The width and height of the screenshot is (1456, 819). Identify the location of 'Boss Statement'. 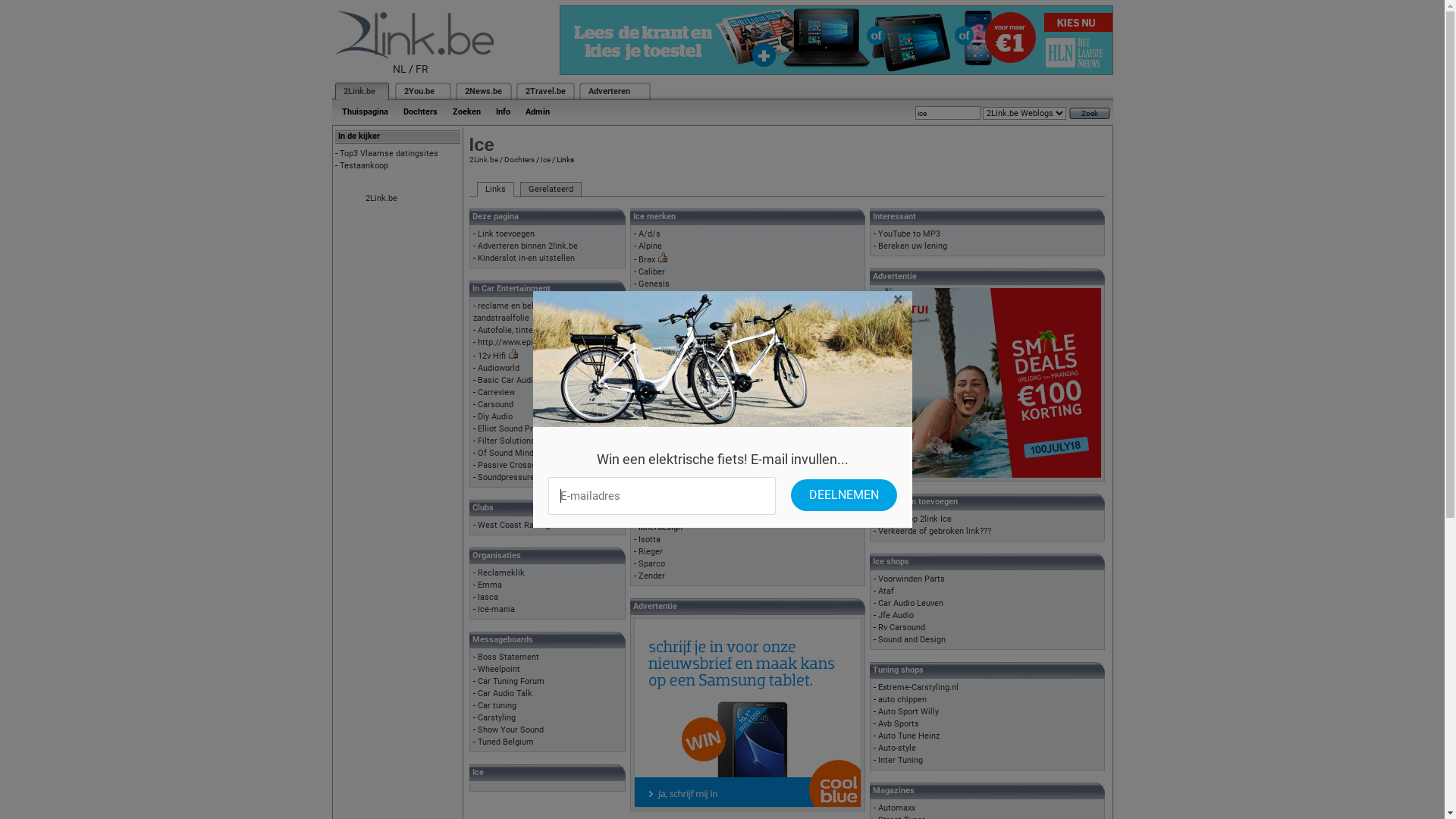
(508, 656).